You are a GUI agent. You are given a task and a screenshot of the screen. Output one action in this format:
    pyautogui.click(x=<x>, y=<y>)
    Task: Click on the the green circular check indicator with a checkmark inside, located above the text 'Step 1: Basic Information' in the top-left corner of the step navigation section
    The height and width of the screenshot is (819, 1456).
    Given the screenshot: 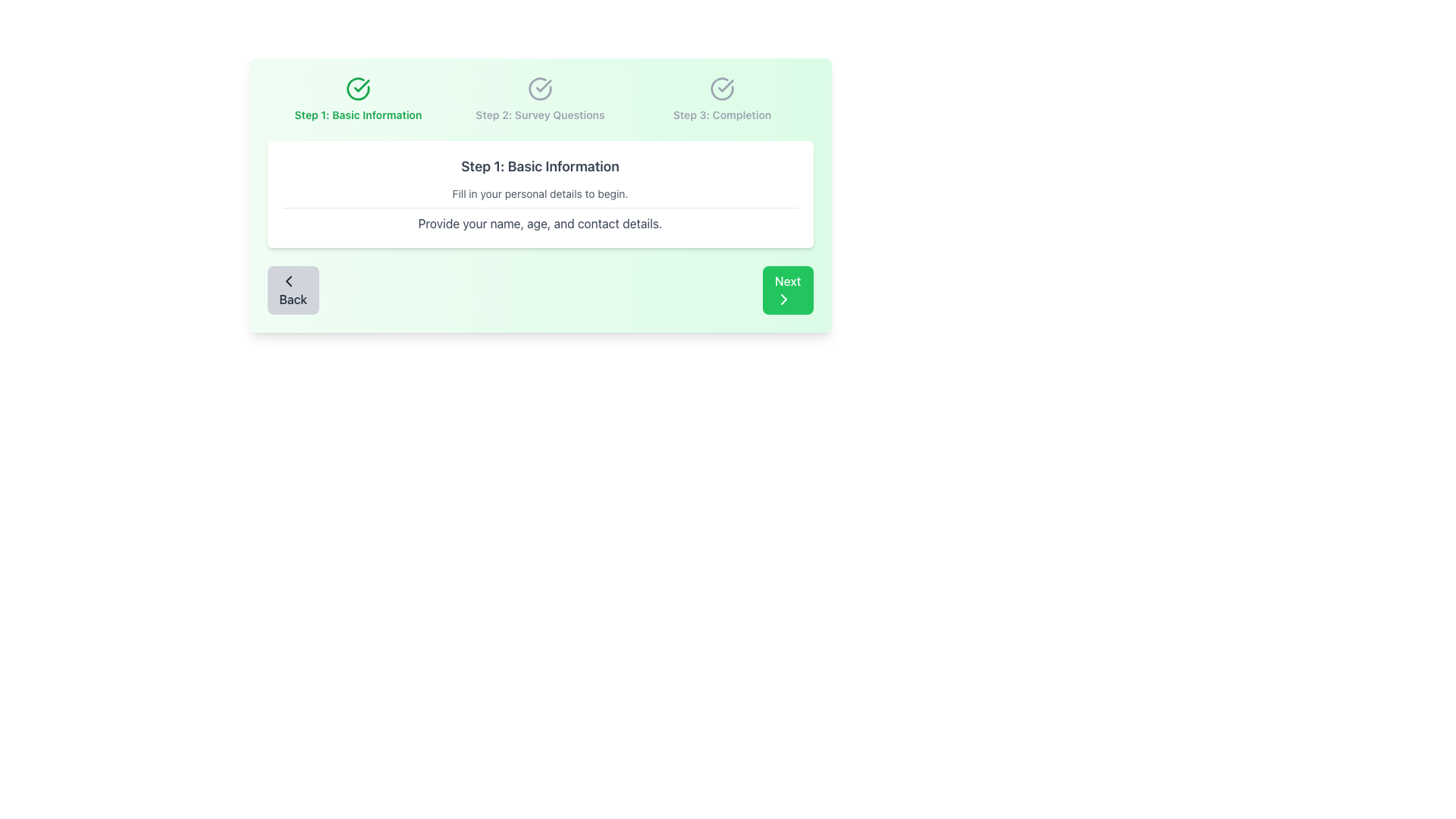 What is the action you would take?
    pyautogui.click(x=357, y=89)
    